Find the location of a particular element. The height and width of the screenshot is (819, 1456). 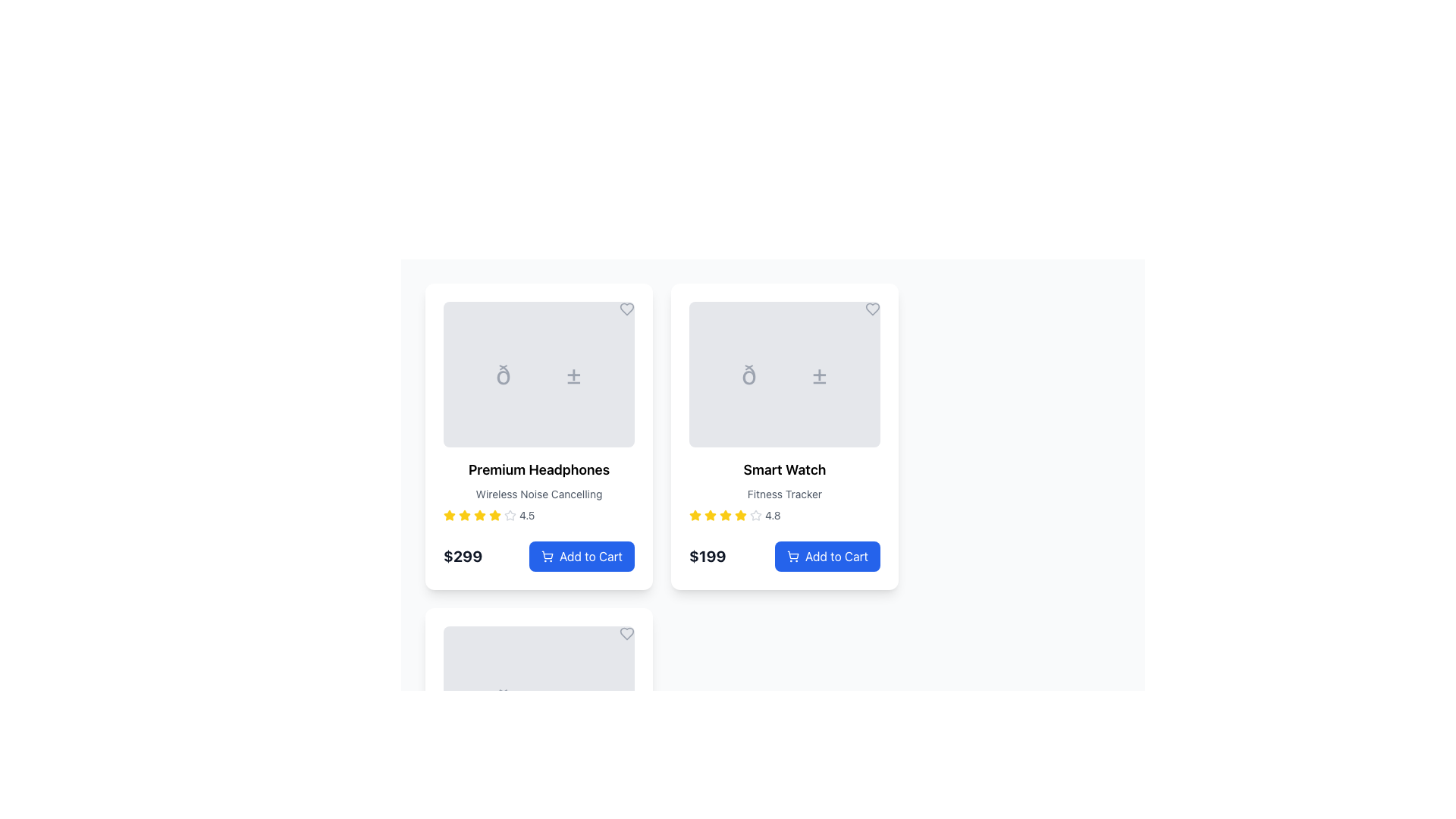

the third star icon in the rating section below the title 'Smart Watch' to interact with the rating is located at coordinates (724, 514).